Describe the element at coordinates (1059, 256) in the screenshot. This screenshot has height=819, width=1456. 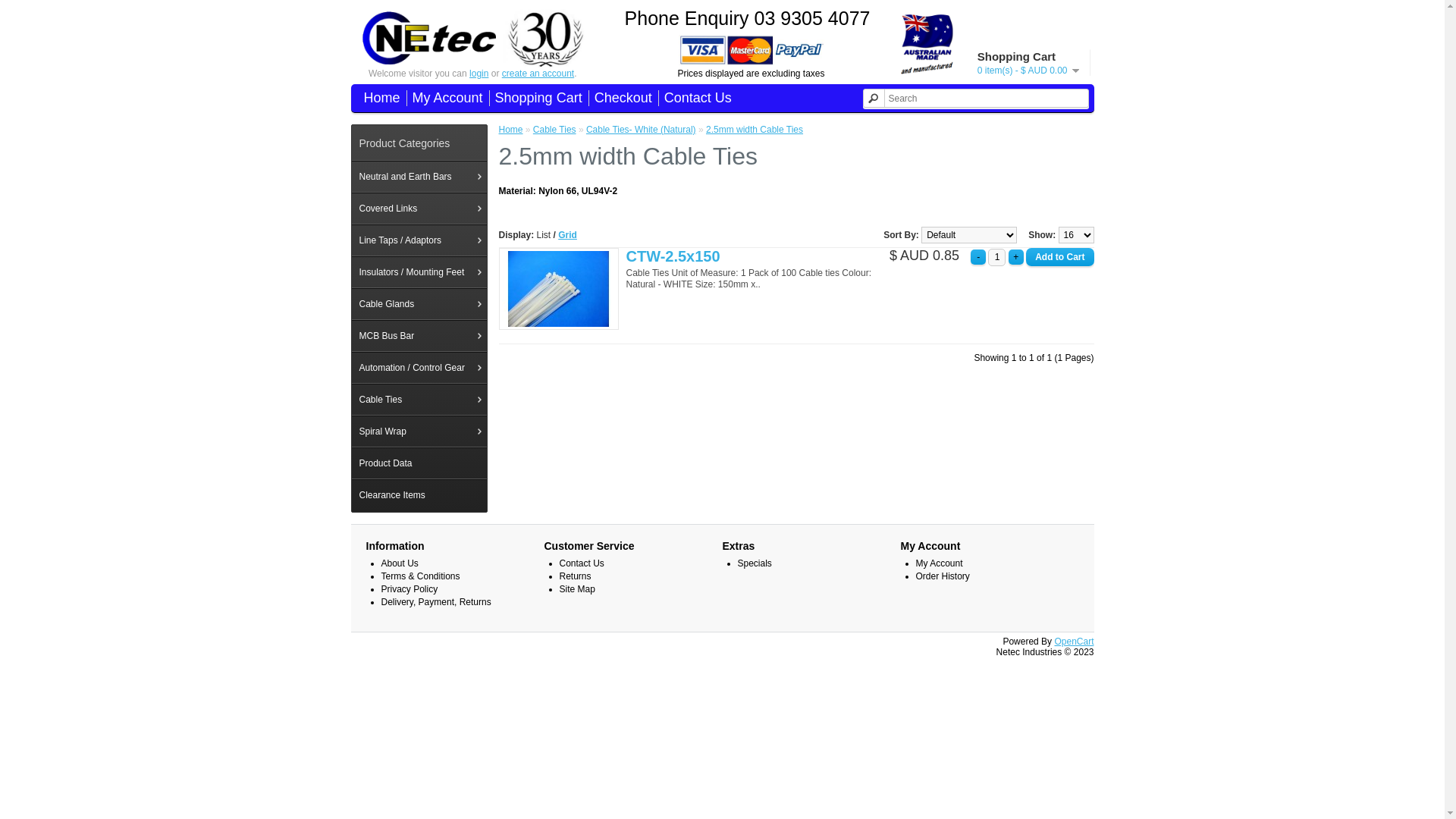
I see `'Add to Cart'` at that location.